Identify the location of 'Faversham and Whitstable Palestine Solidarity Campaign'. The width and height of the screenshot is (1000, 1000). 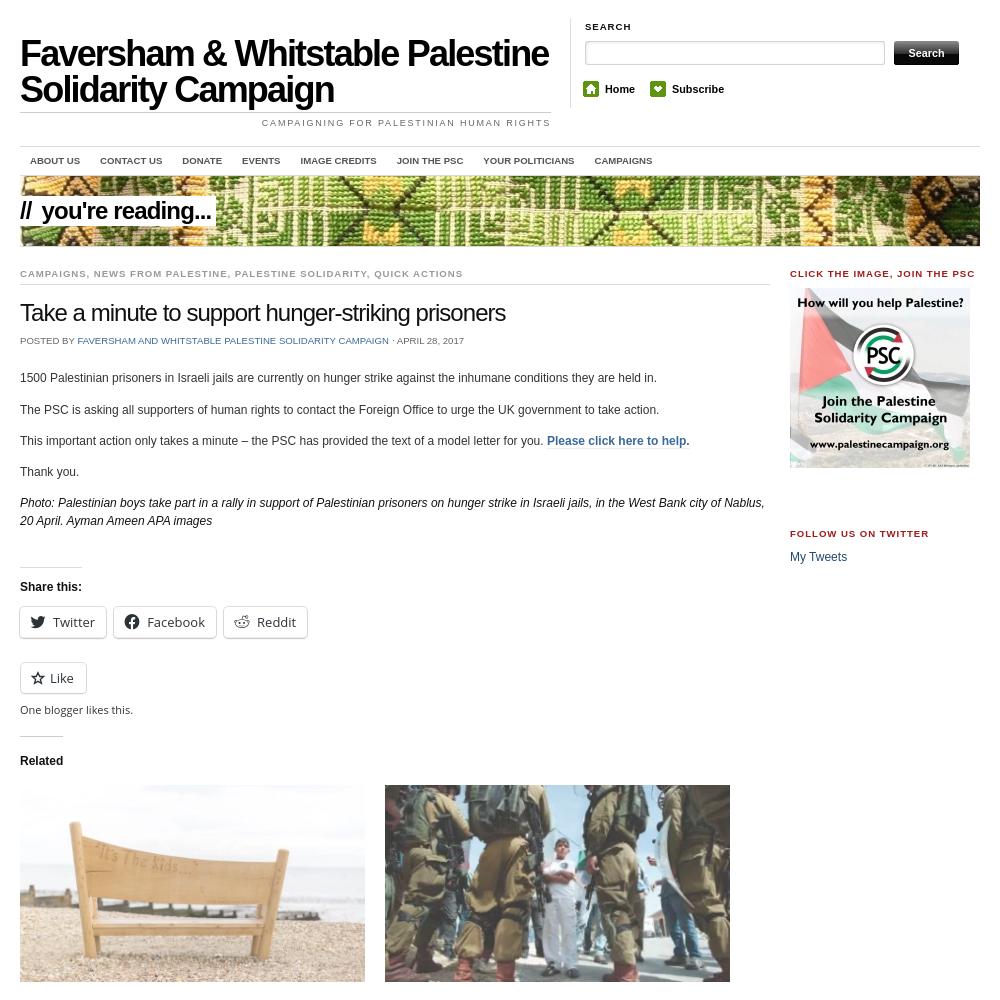
(231, 338).